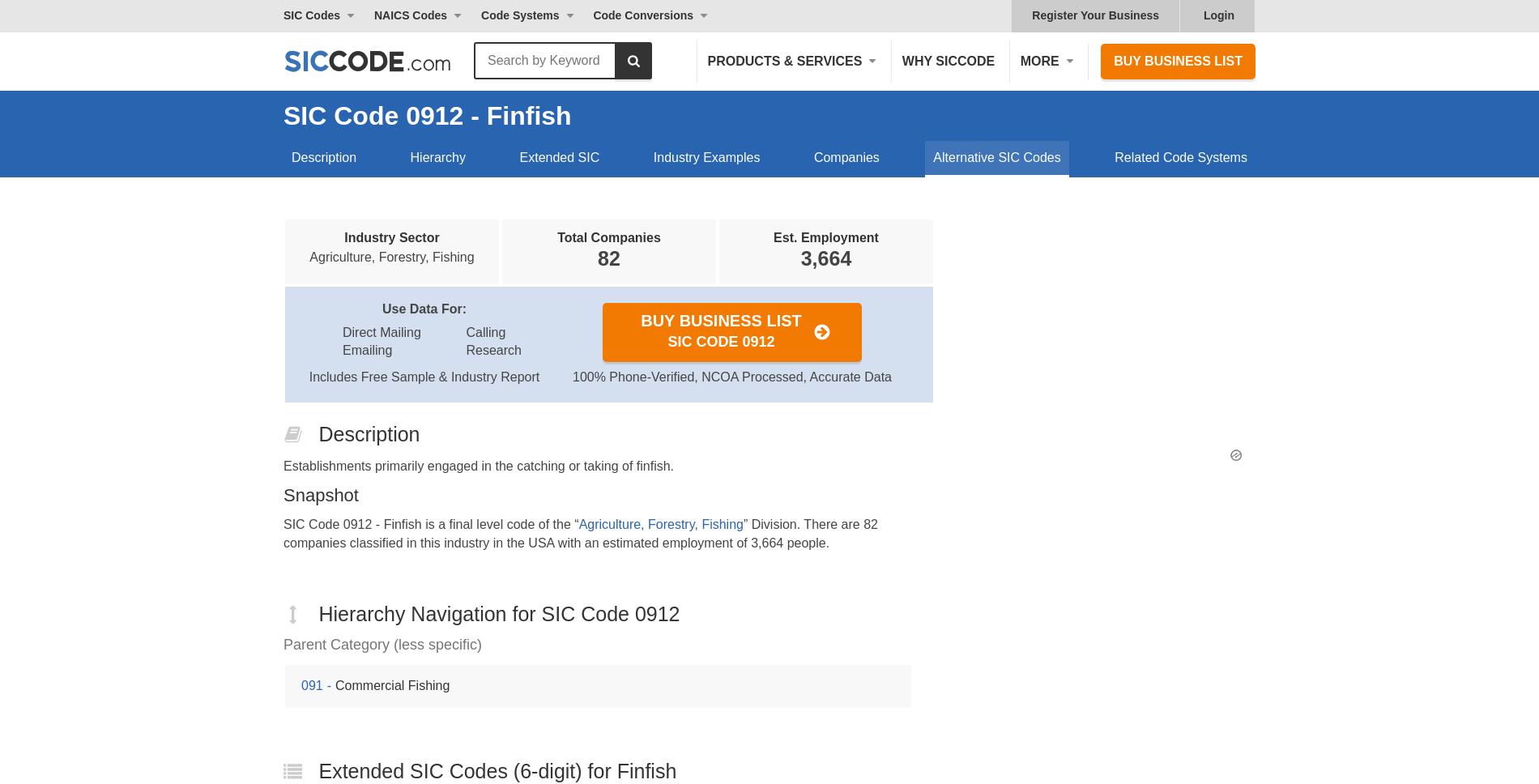 The image size is (1539, 784). Describe the element at coordinates (410, 15) in the screenshot. I see `'NAICS Codes'` at that location.